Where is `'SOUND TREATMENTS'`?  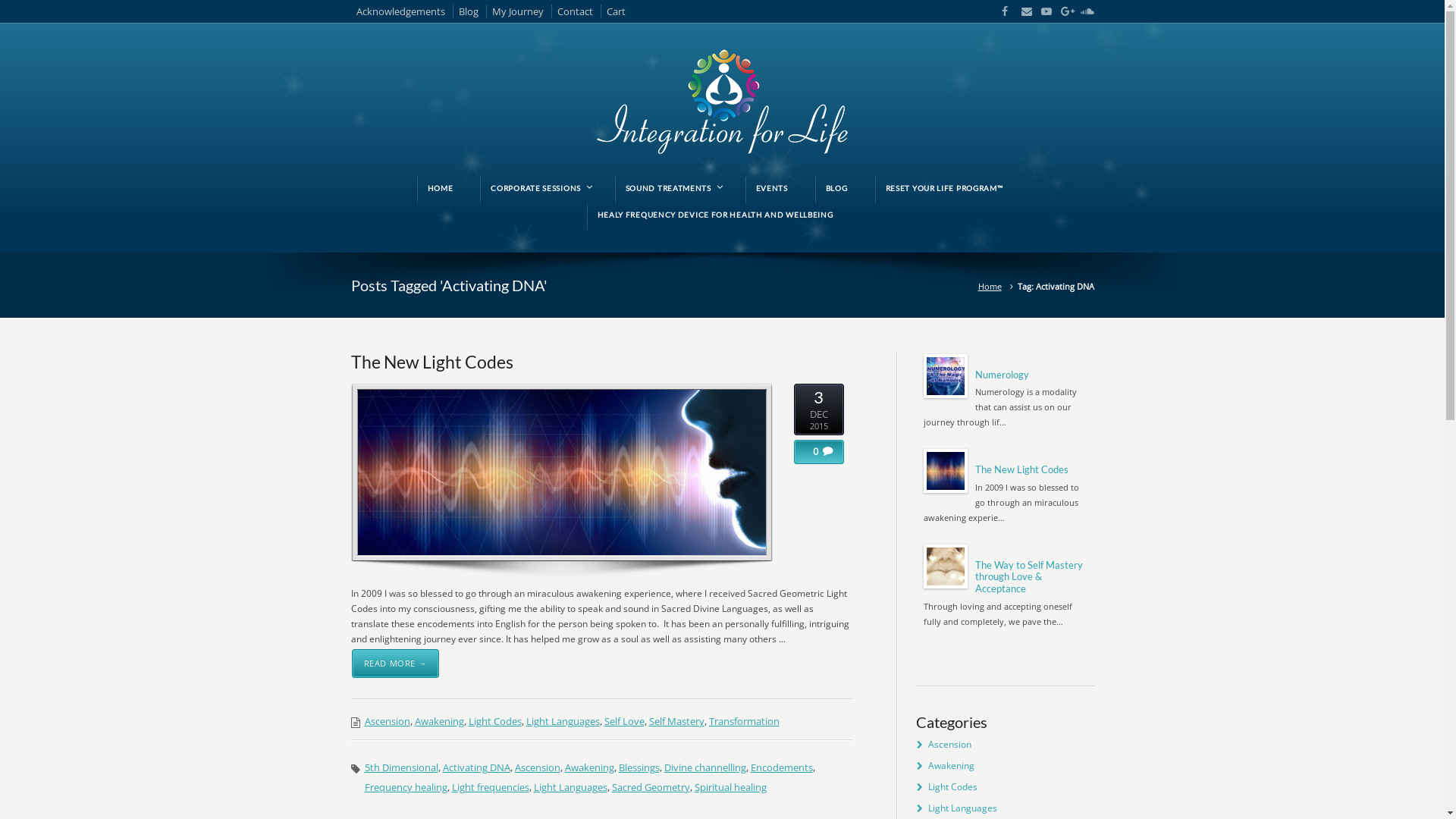
'SOUND TREATMENTS' is located at coordinates (671, 187).